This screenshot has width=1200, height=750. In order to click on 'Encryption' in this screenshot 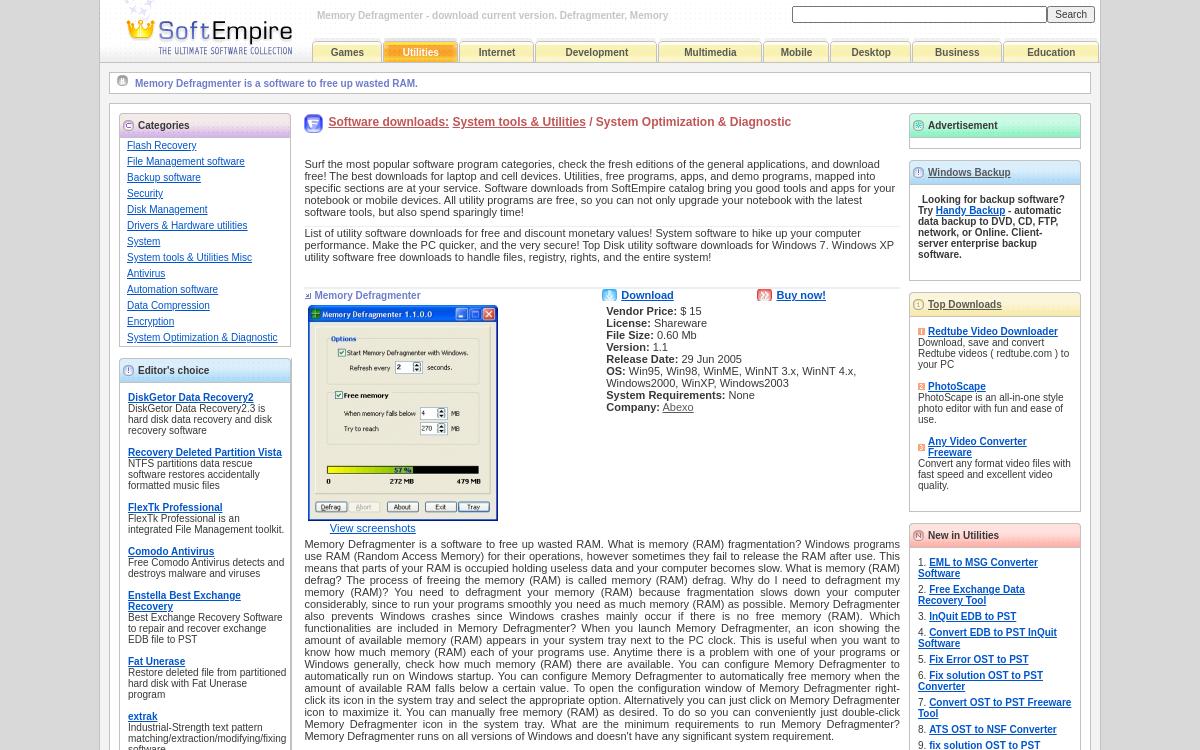, I will do `click(150, 320)`.